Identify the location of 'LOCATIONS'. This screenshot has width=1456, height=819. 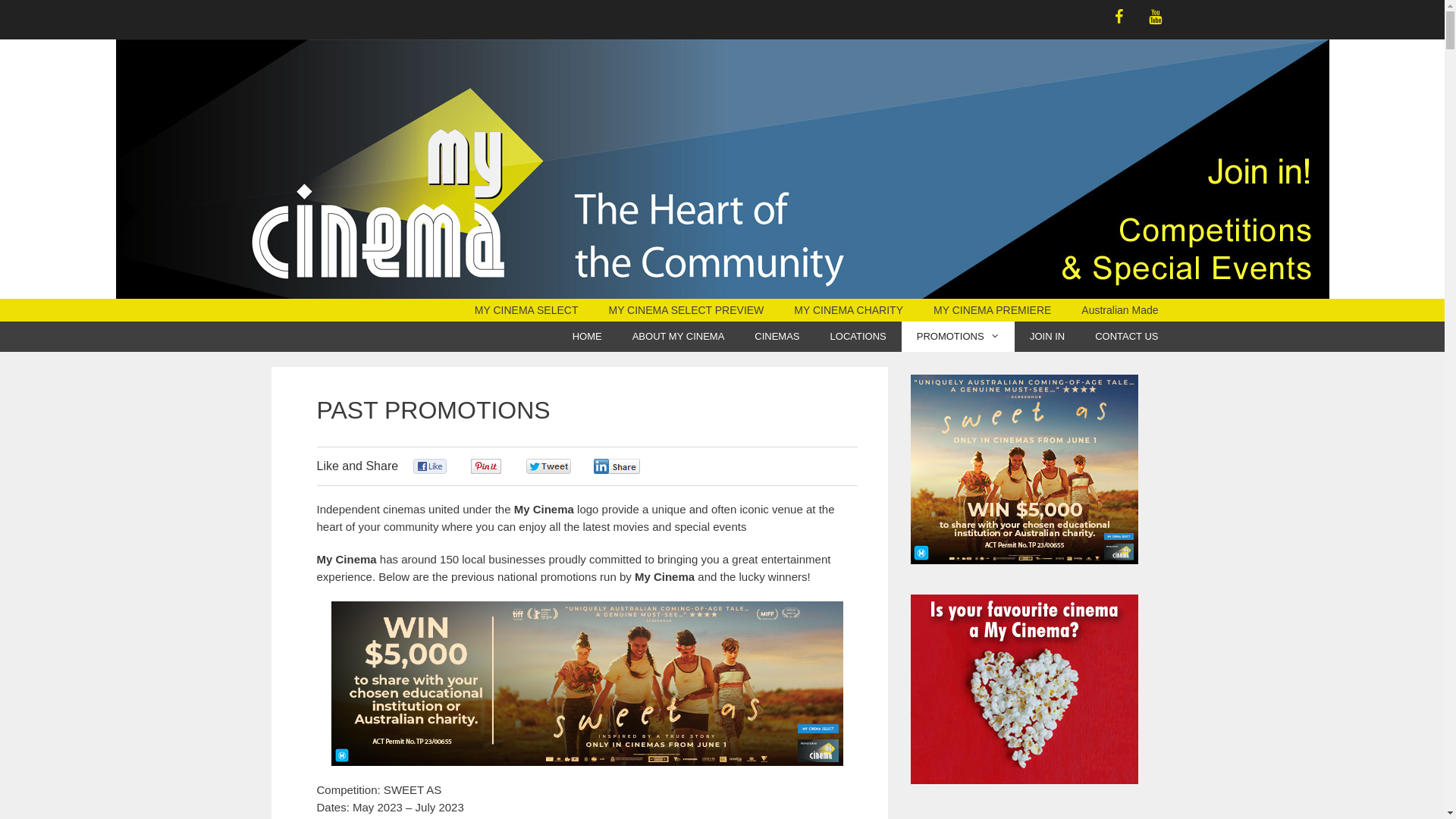
(858, 335).